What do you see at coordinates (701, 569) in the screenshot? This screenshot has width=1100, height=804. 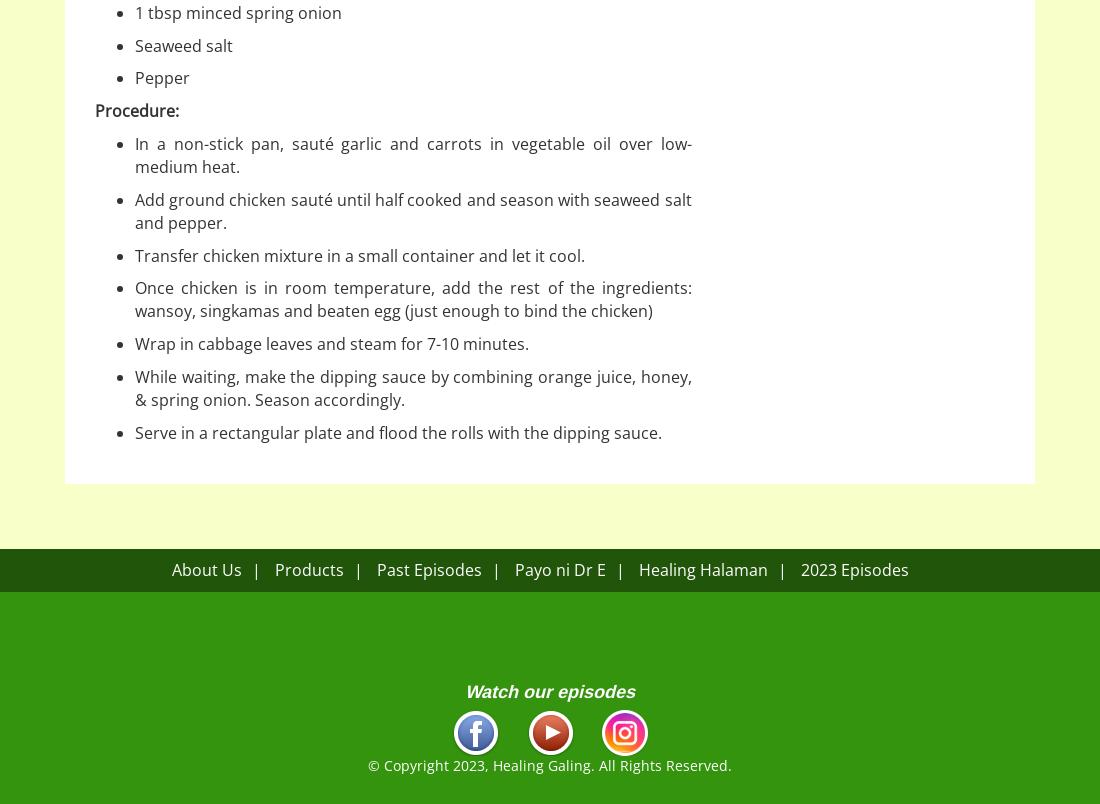 I see `'Healing Halaman'` at bounding box center [701, 569].